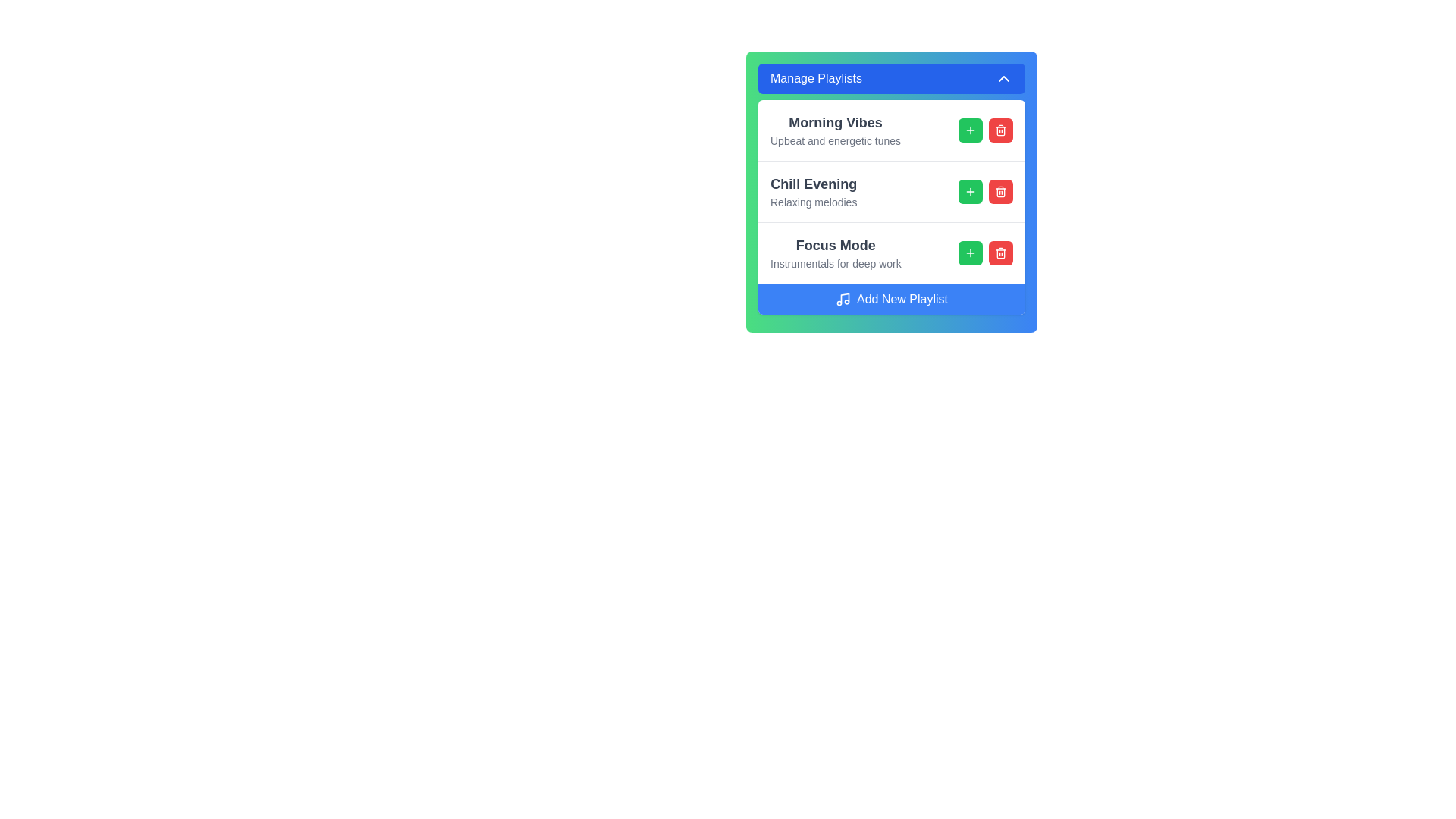 The width and height of the screenshot is (1456, 819). Describe the element at coordinates (835, 140) in the screenshot. I see `the text label reading 'Upbeat and energetic tunes', which is styled with a smaller font size and light gray color, located directly beneath 'Morning Vibes' in the Manage Playlists interface` at that location.